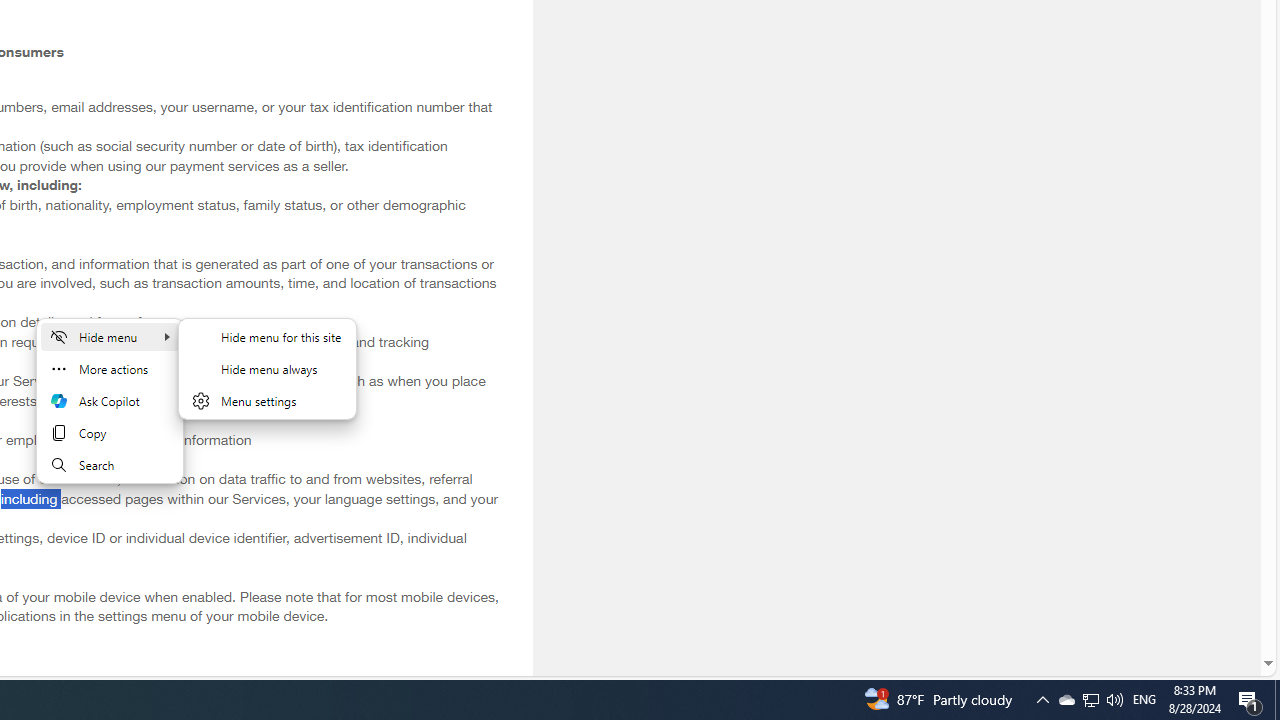 The image size is (1280, 720). I want to click on 'Mini menu on text selection', so click(109, 401).